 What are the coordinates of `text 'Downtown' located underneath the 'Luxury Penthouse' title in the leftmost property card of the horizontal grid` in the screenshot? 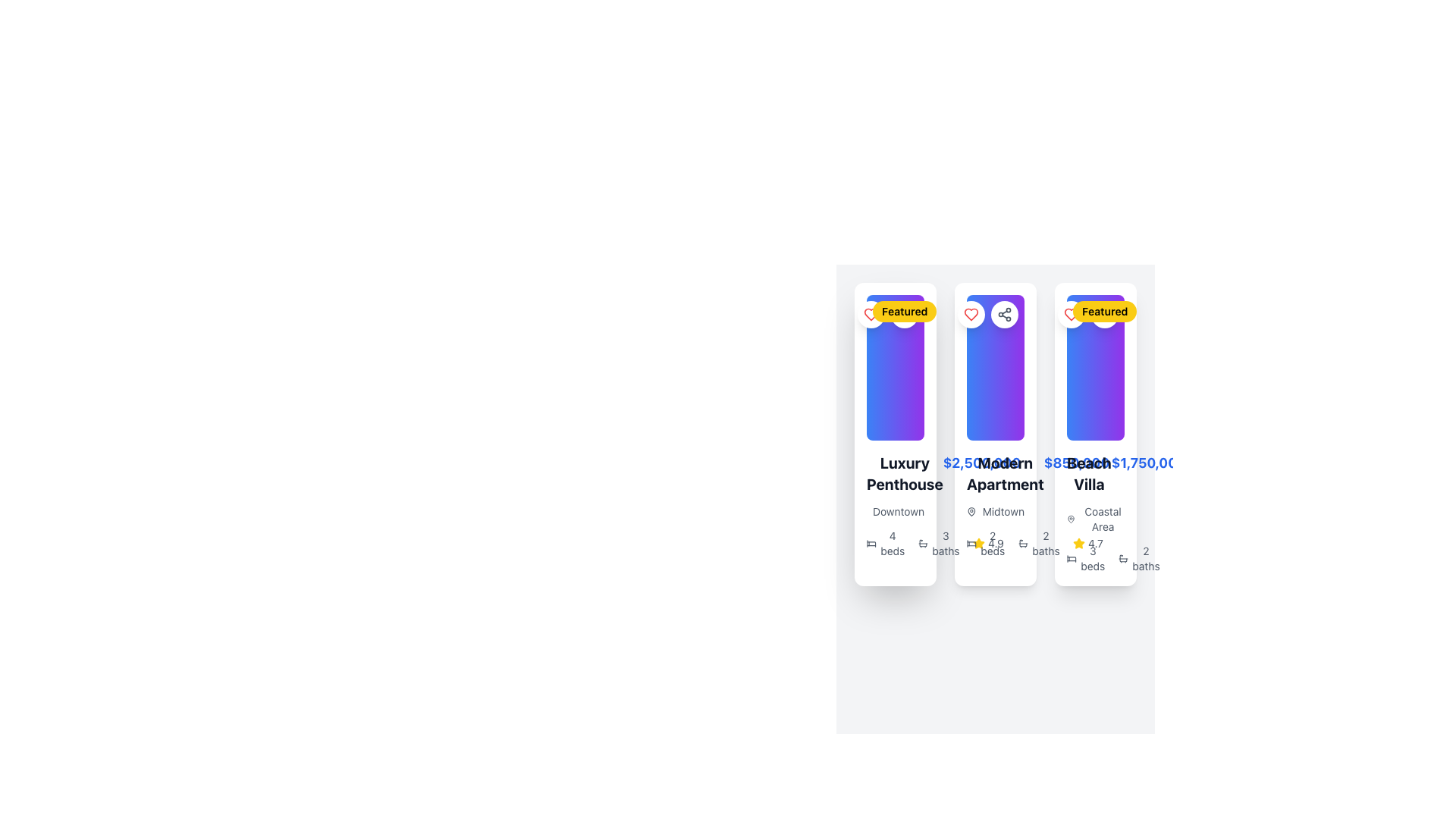 It's located at (899, 512).